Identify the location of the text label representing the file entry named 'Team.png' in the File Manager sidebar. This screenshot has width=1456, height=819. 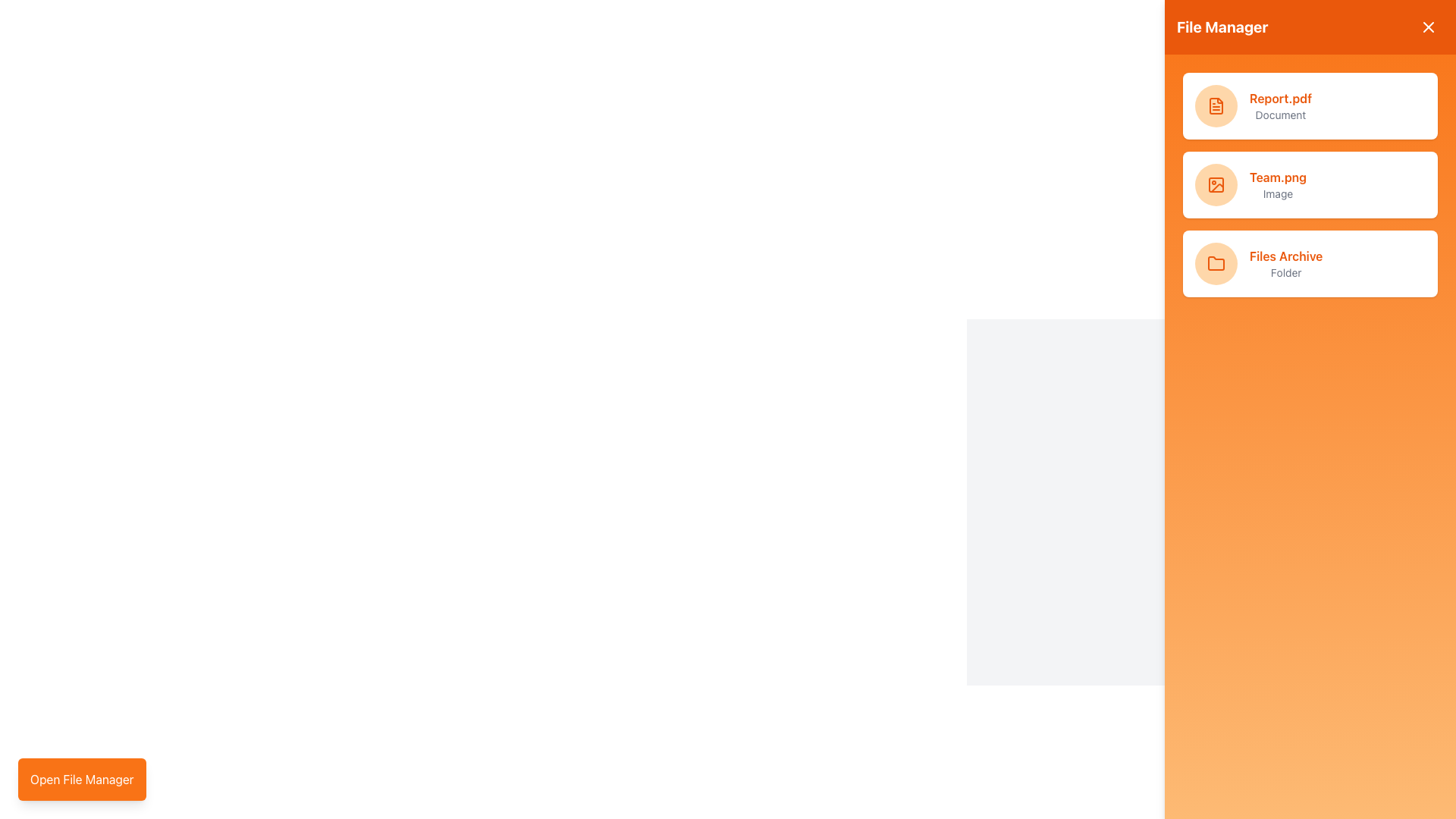
(1277, 184).